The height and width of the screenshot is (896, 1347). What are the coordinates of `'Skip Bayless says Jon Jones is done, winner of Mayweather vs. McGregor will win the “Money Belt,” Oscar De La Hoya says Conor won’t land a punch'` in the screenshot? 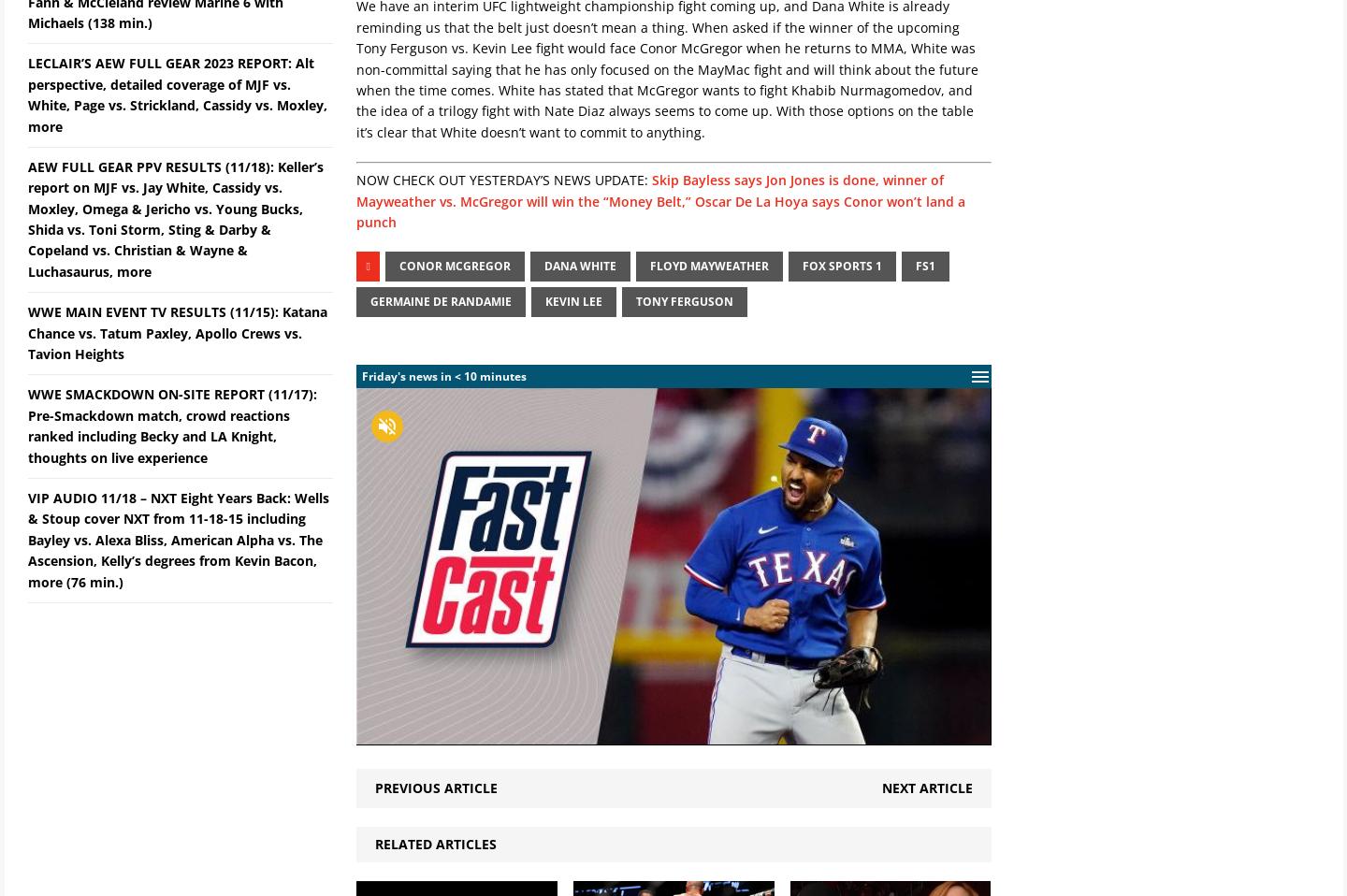 It's located at (660, 199).